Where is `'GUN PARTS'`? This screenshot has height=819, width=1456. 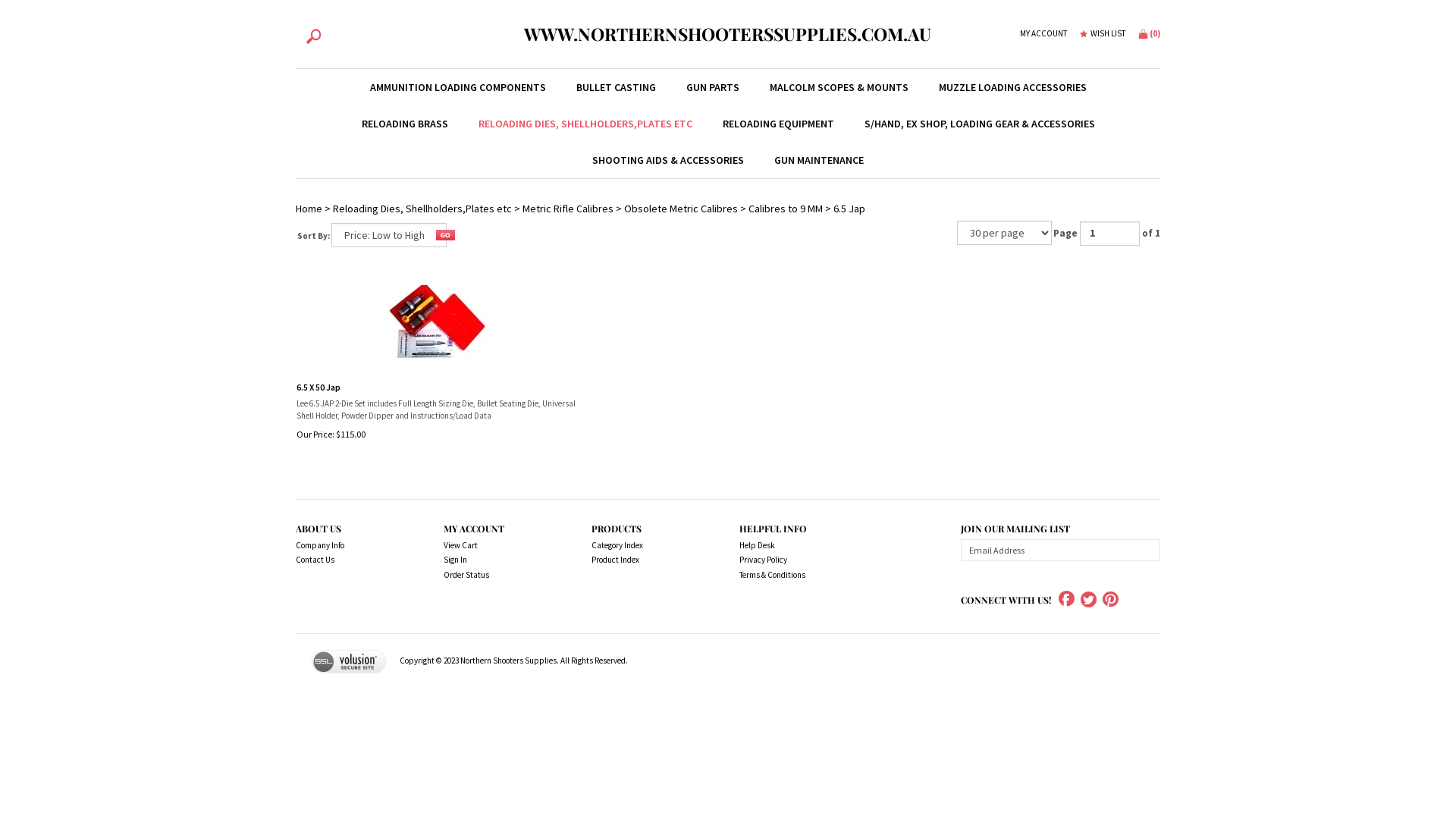
'GUN PARTS' is located at coordinates (669, 87).